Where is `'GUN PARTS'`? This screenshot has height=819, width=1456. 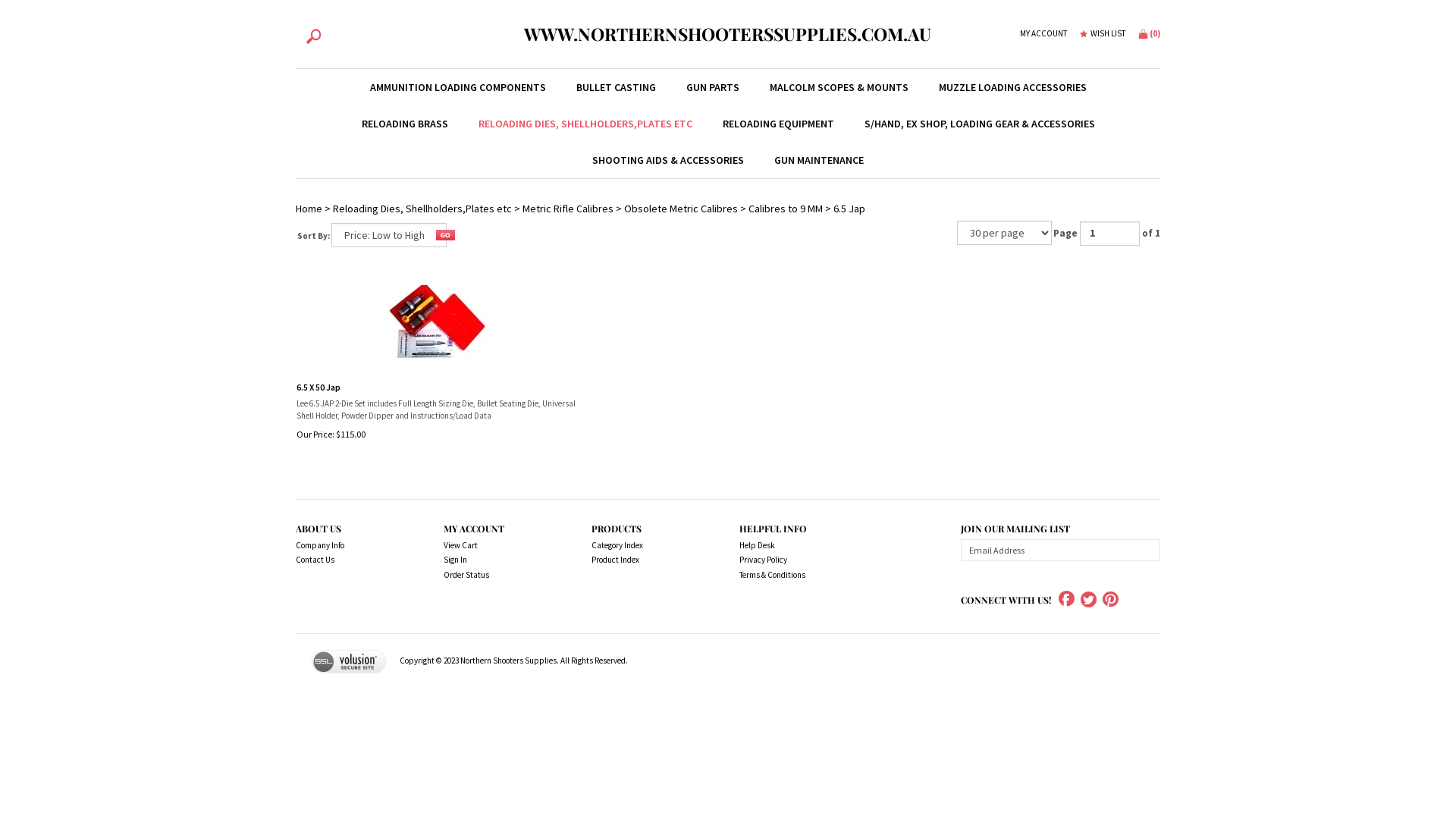
'GUN PARTS' is located at coordinates (669, 87).